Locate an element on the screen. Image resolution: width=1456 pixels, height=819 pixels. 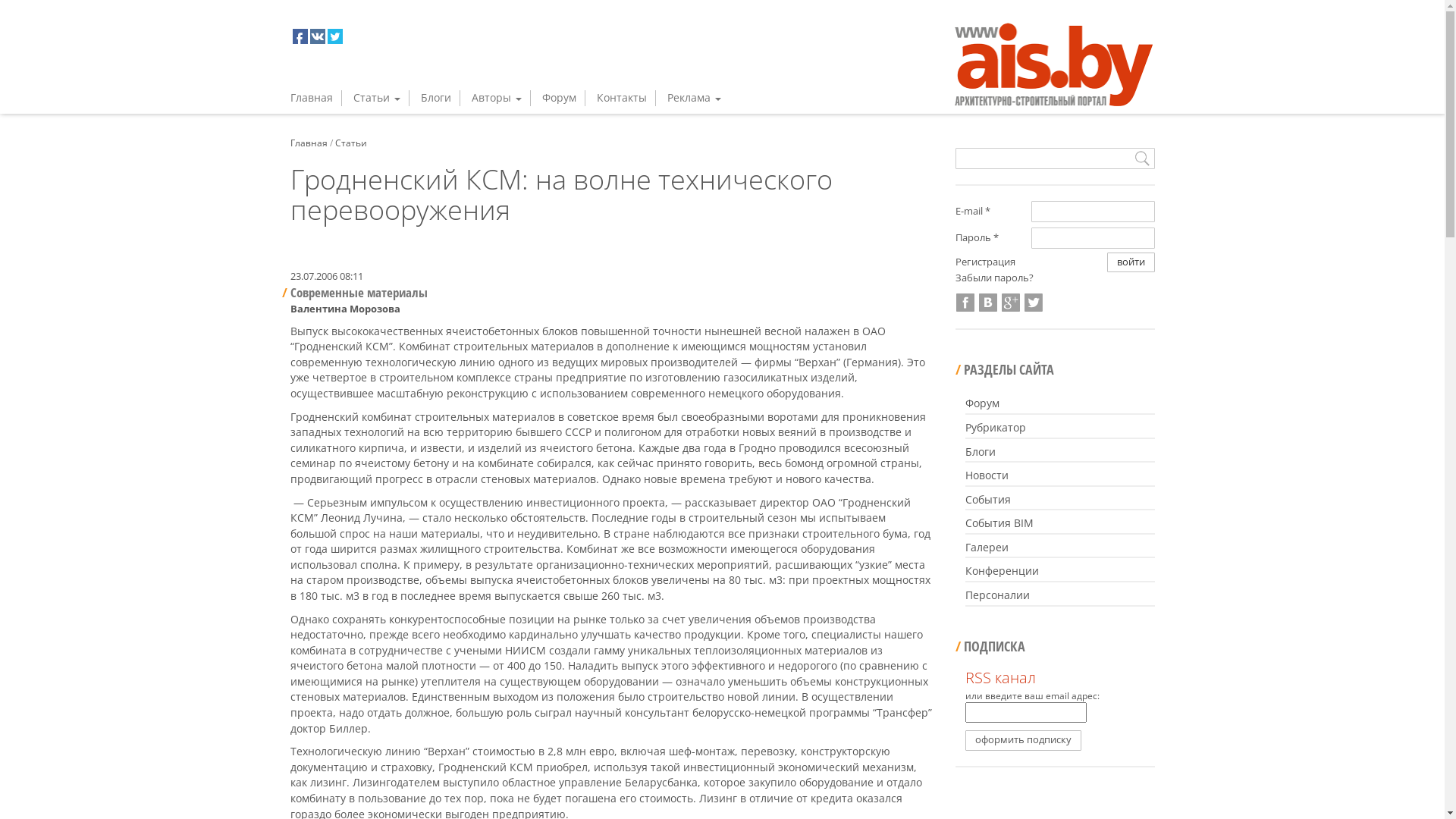
'Twitter' is located at coordinates (1033, 302).